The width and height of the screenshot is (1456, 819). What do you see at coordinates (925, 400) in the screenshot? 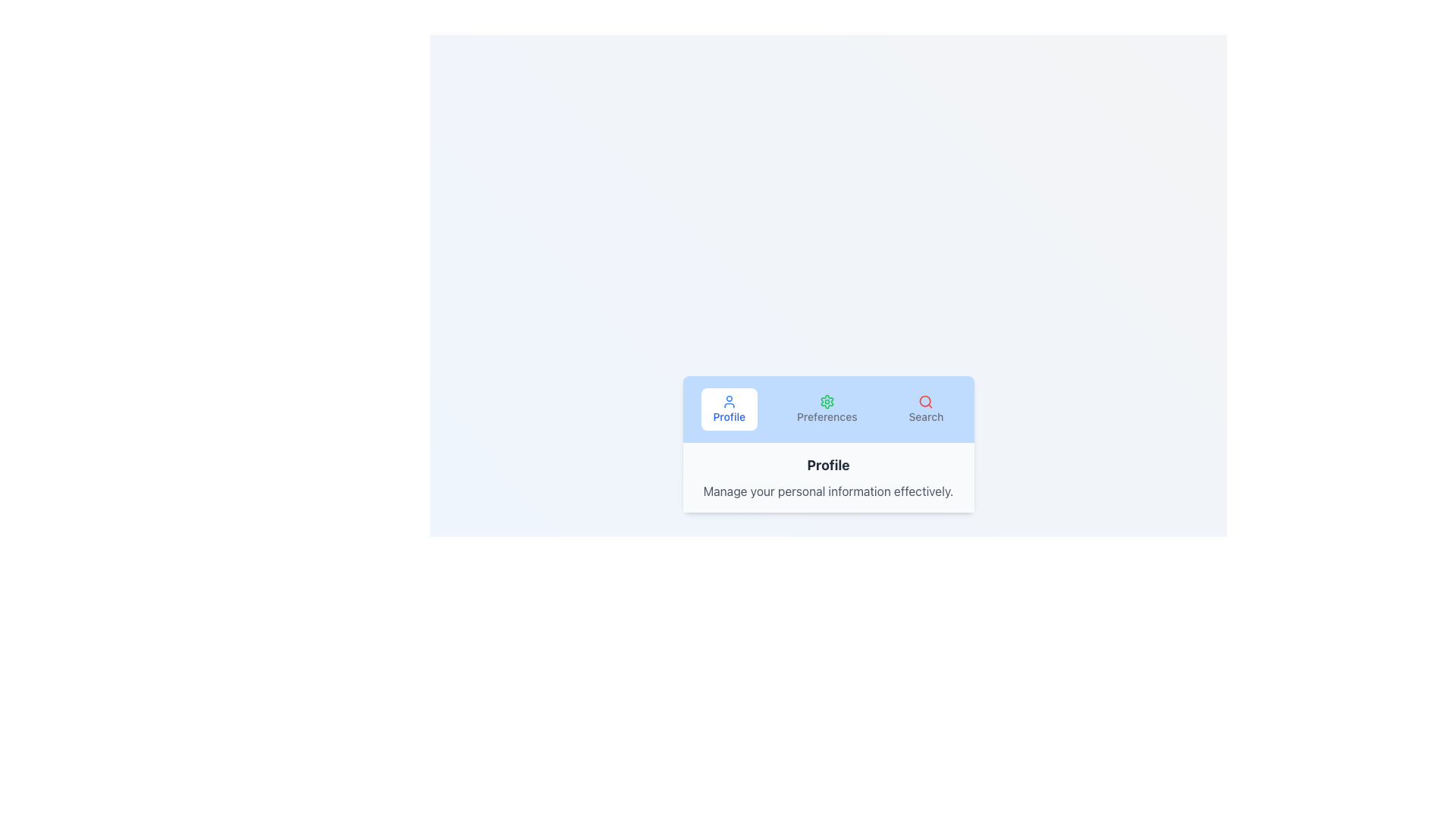
I see `the Search icon located in the top-right corner of the blue horizontal section` at bounding box center [925, 400].